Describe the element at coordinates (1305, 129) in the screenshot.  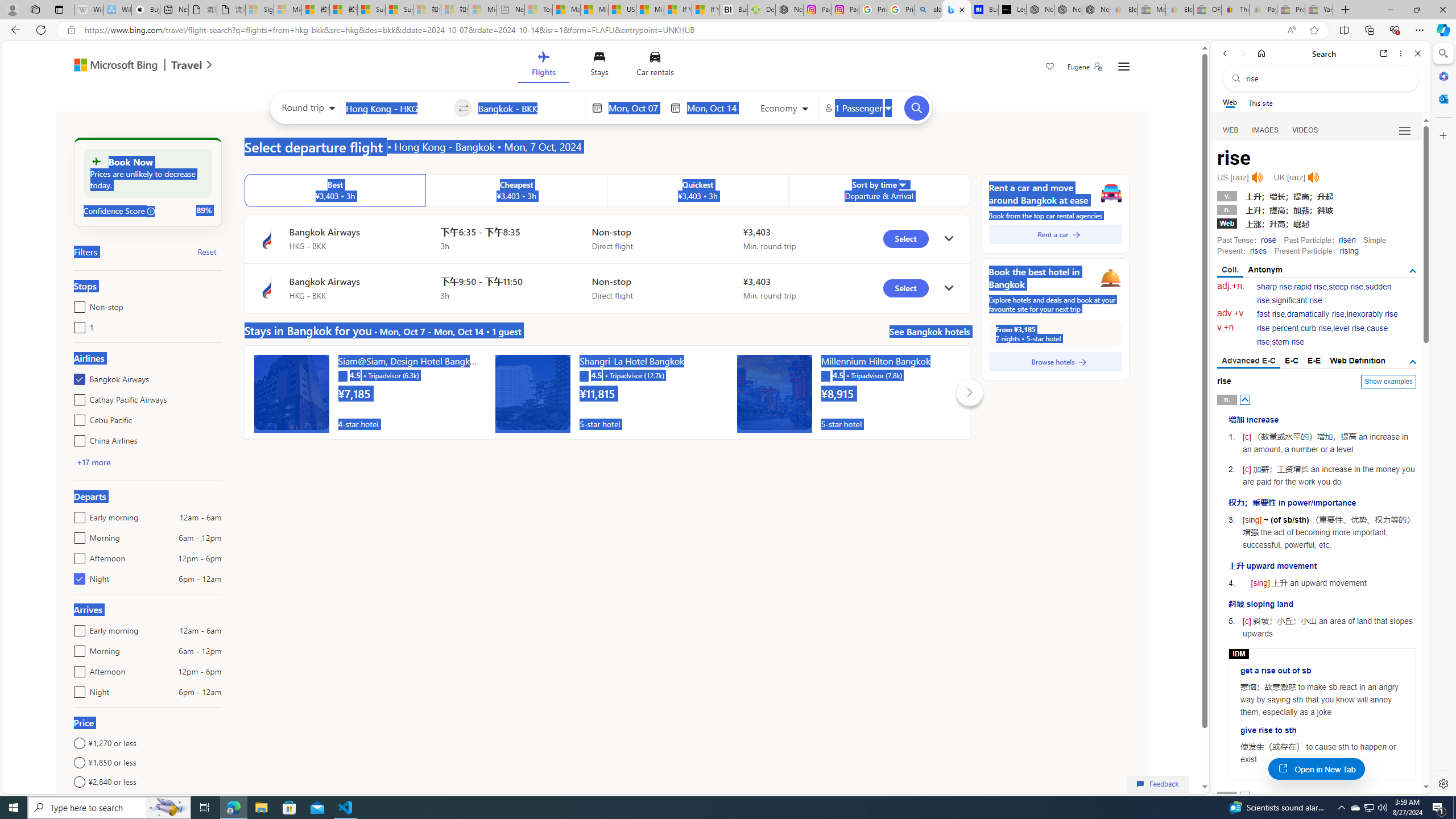
I see `'Search Filter, VIDEOS'` at that location.